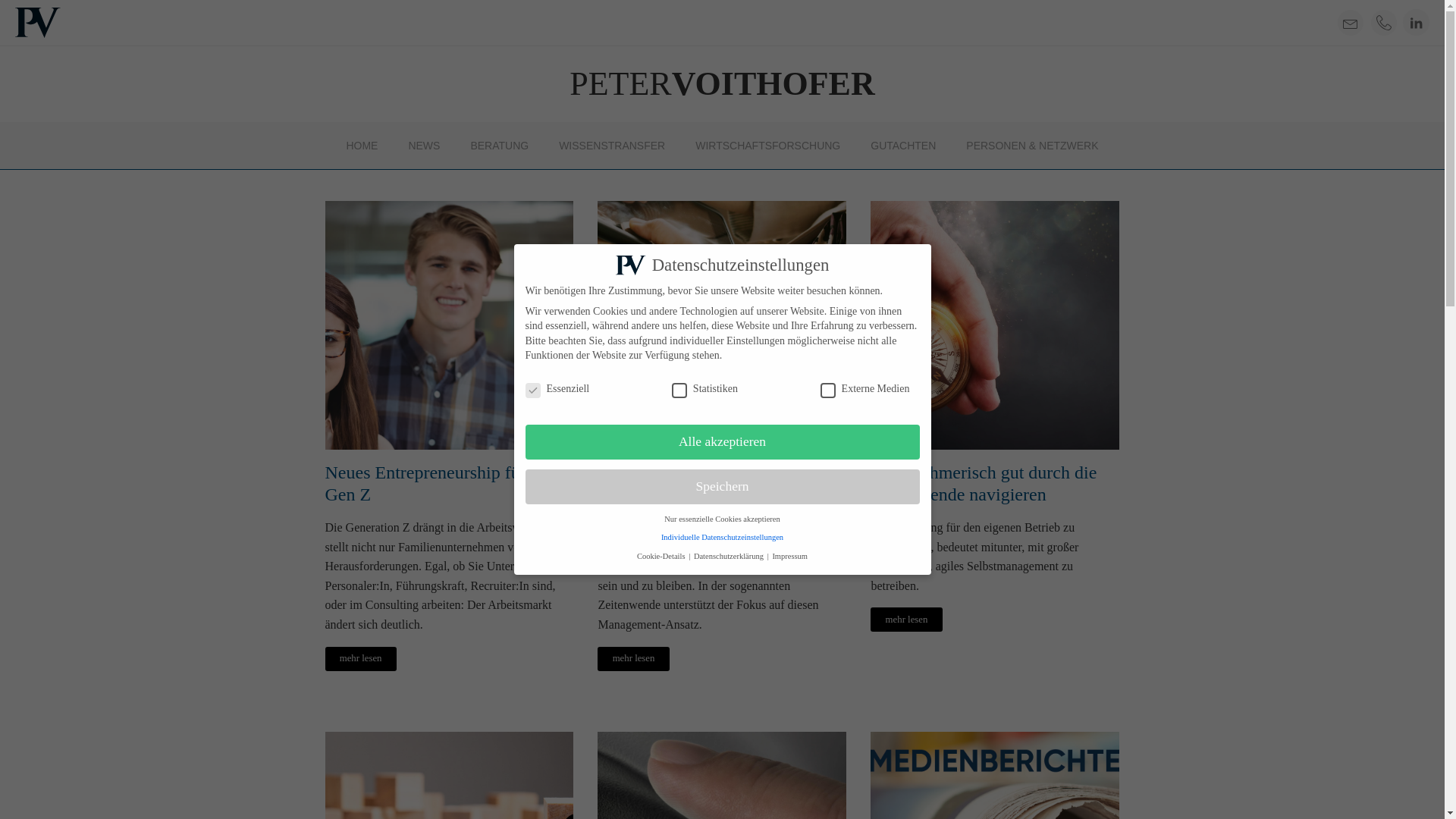 The width and height of the screenshot is (1456, 819). Describe the element at coordinates (662, 556) in the screenshot. I see `'Cookie-Details'` at that location.